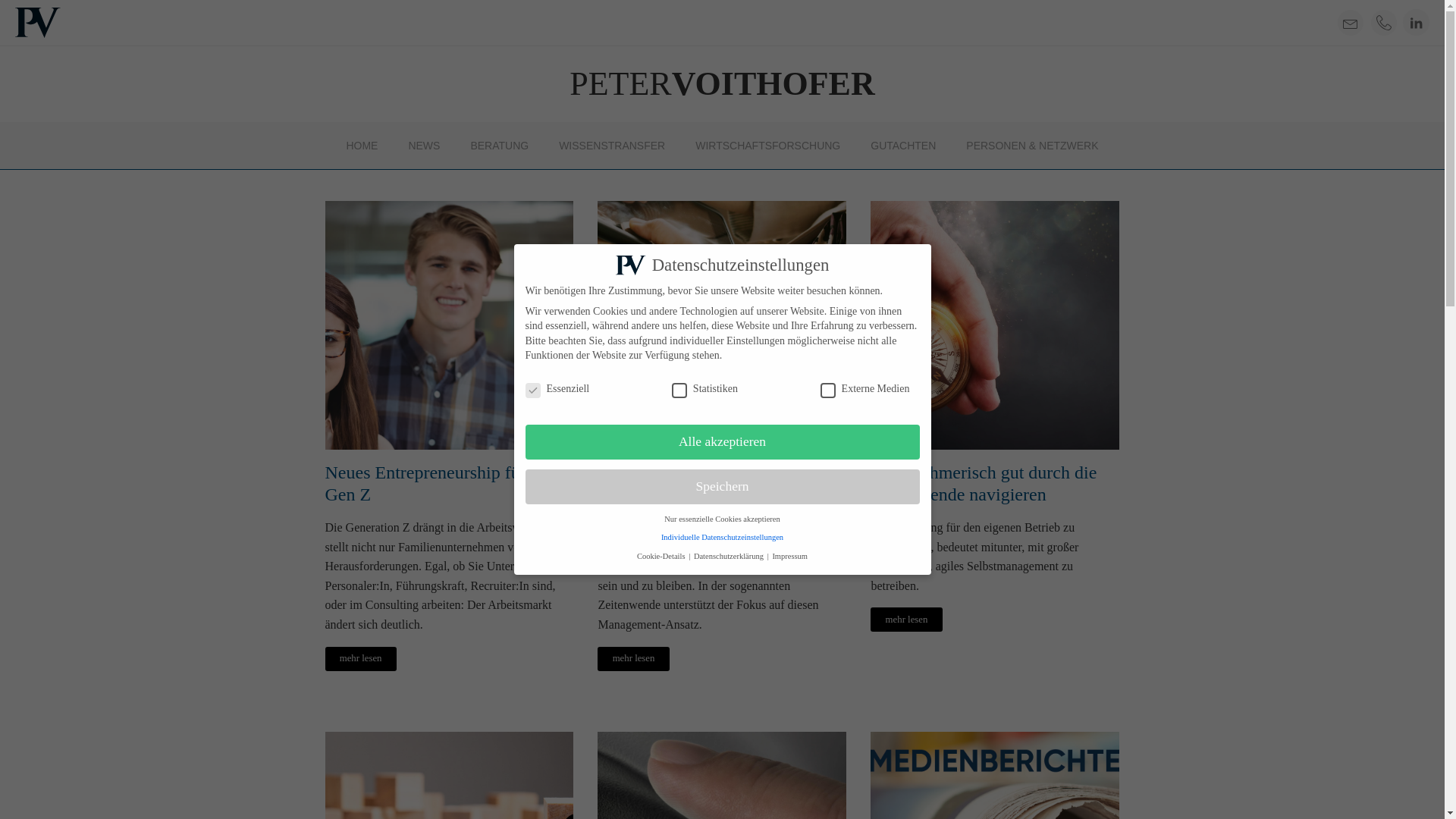 The width and height of the screenshot is (1456, 819). Describe the element at coordinates (662, 556) in the screenshot. I see `'Cookie-Details'` at that location.